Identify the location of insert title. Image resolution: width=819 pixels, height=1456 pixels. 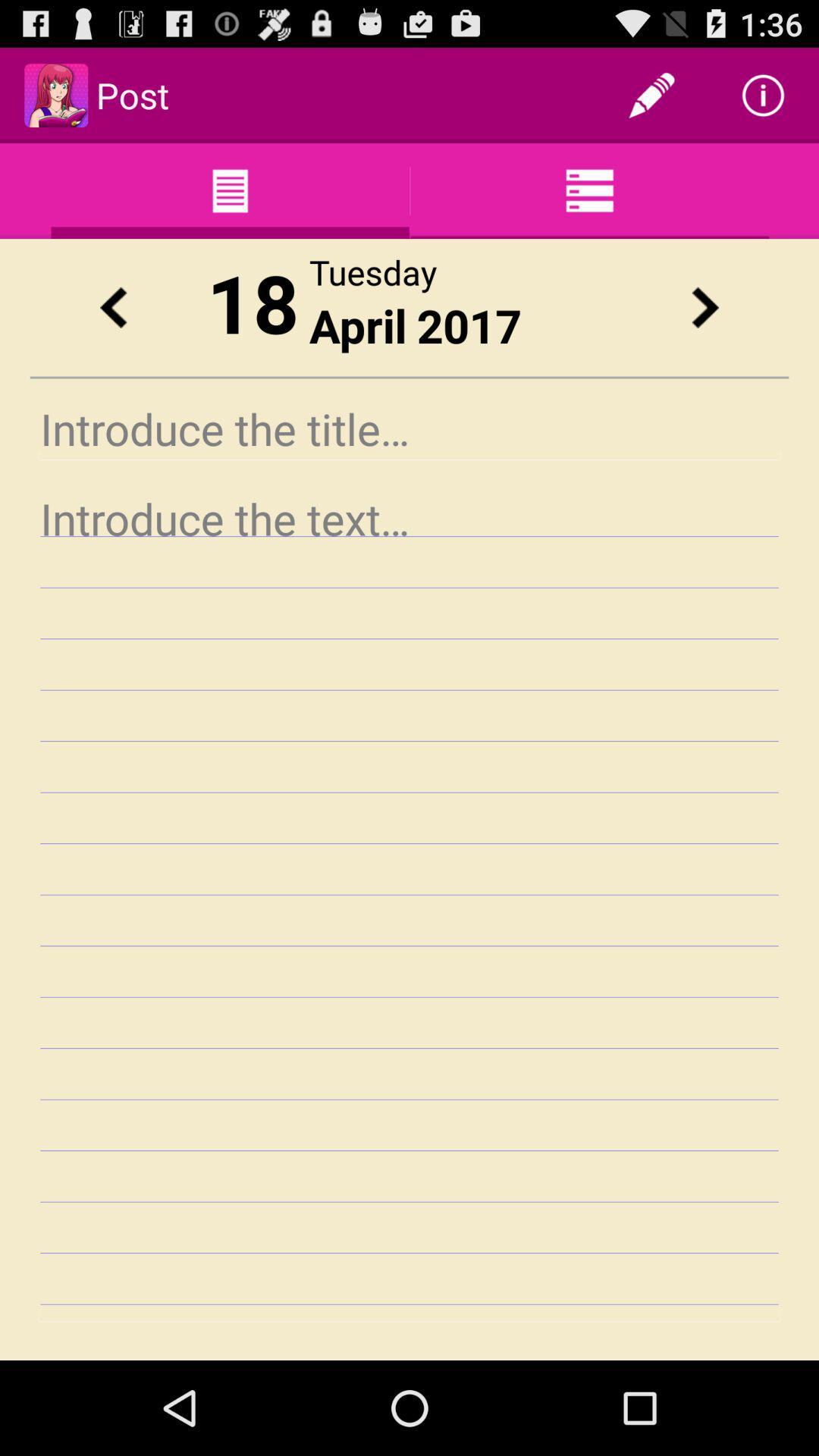
(409, 428).